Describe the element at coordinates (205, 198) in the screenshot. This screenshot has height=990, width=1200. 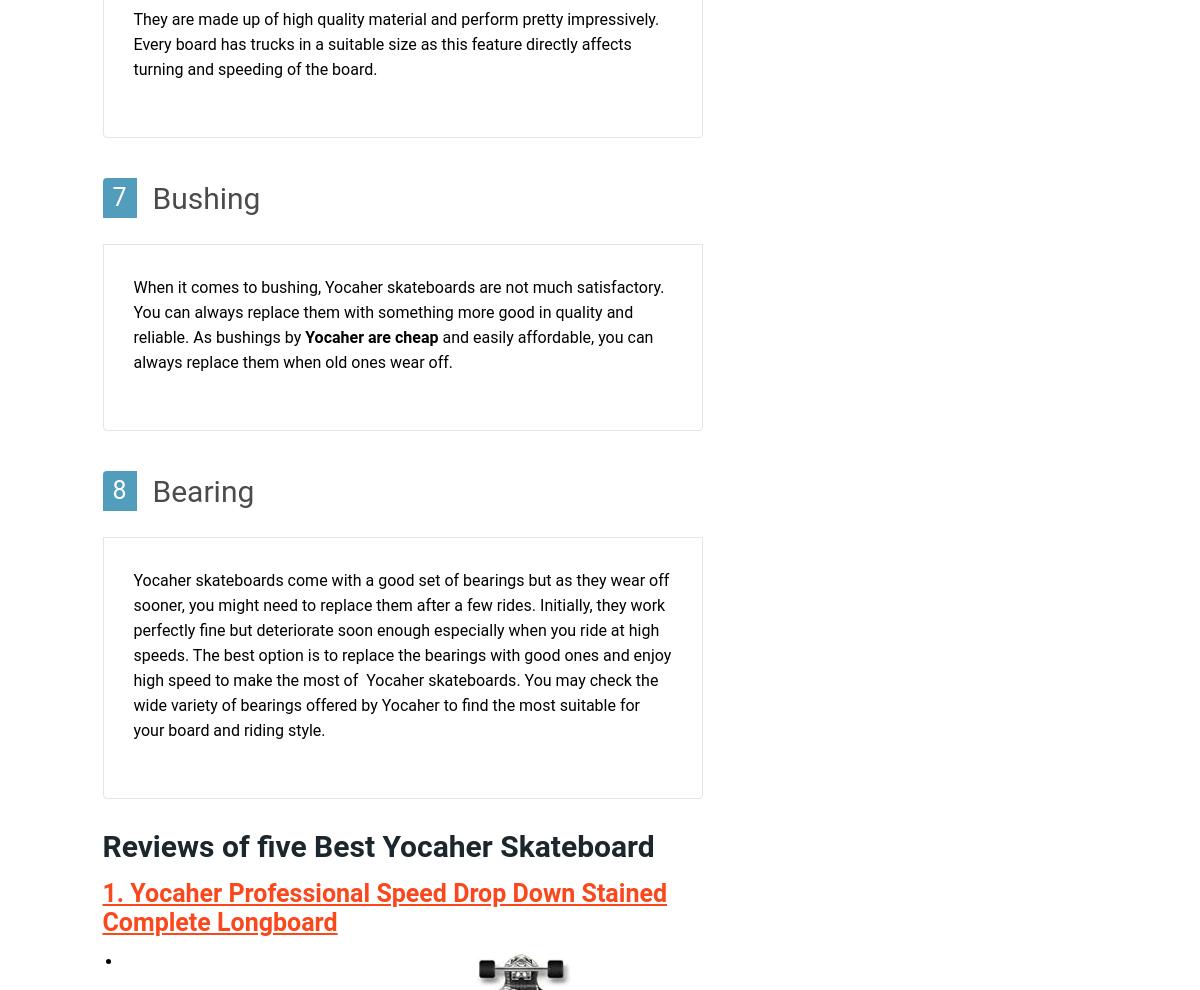
I see `'Bushing'` at that location.